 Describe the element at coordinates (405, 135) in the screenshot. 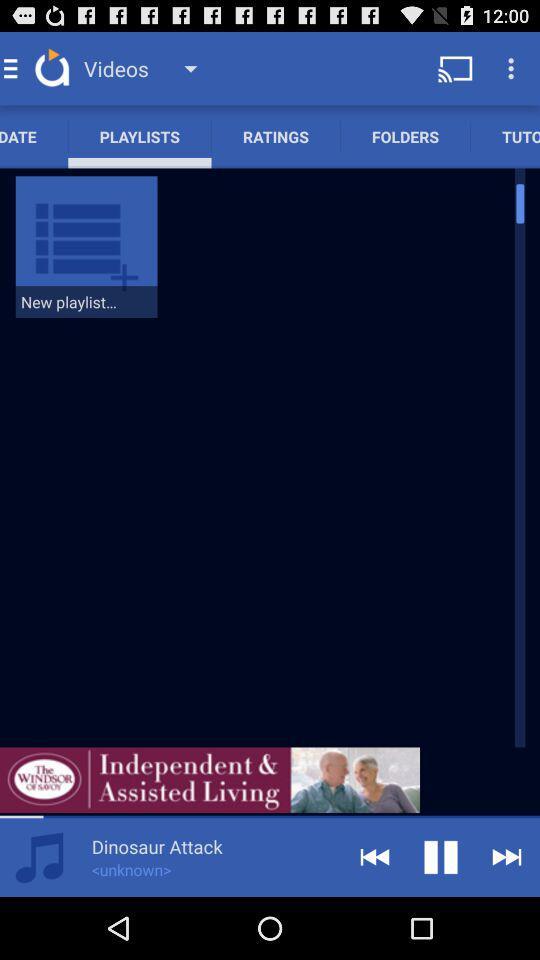

I see `folders` at that location.